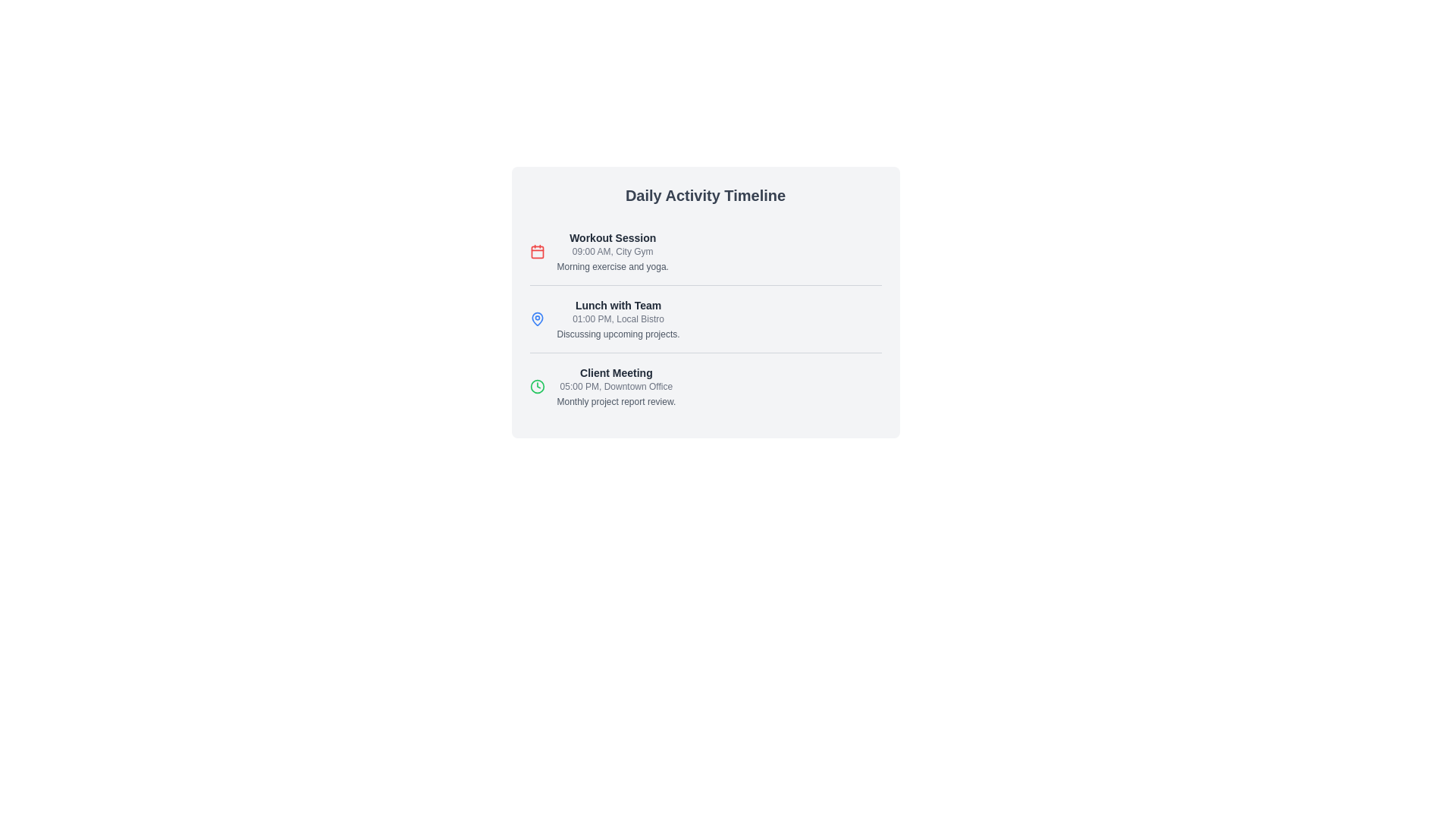  Describe the element at coordinates (616, 385) in the screenshot. I see `the text label providing details about the 'Client Meeting' event, which is positioned below the 'Client Meeting' heading and above the description text 'Monthly project report review.'` at that location.